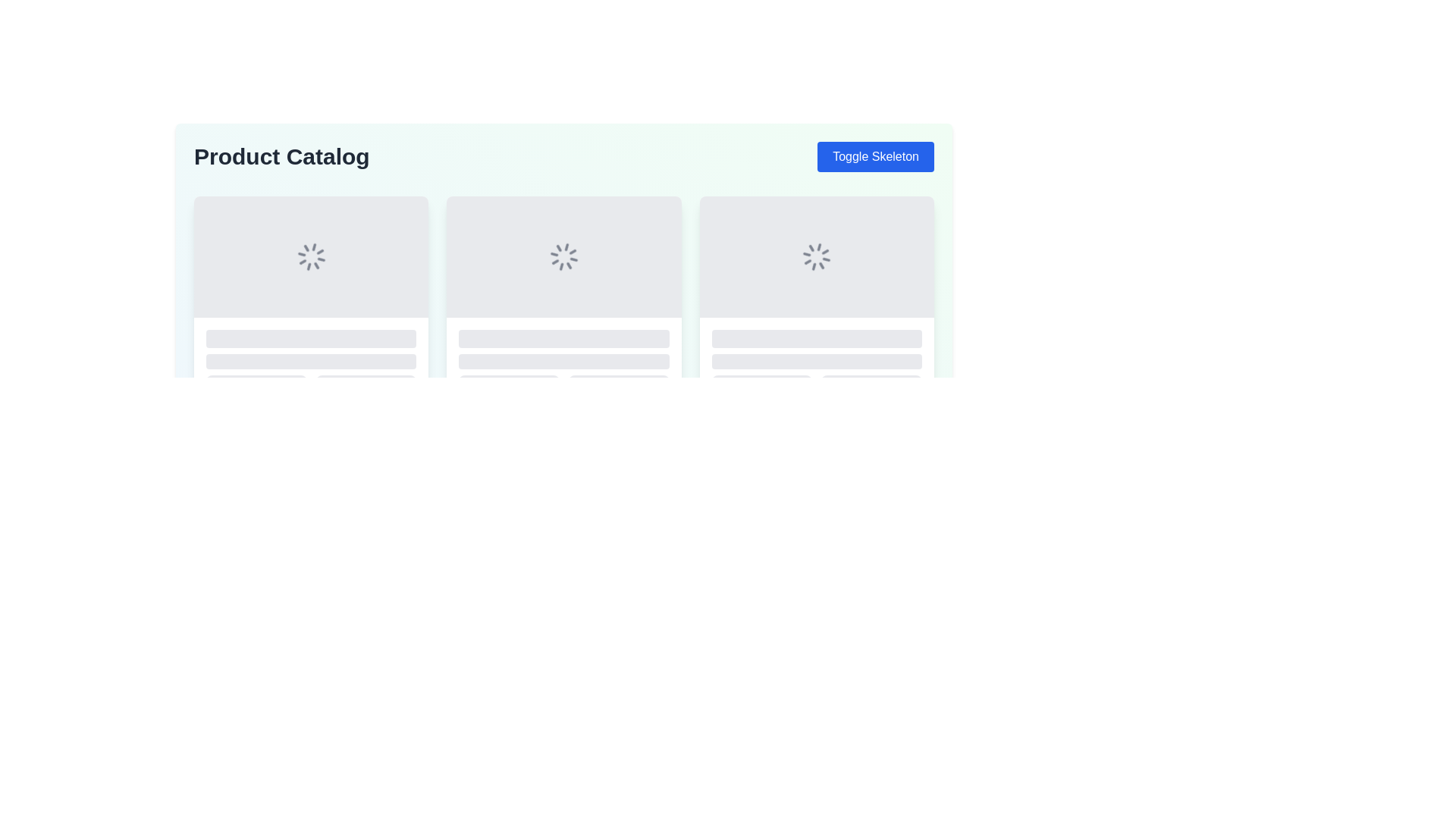 The image size is (1456, 819). Describe the element at coordinates (310, 359) in the screenshot. I see `Skeleton Loader component located in the bottom section of the leftmost card in a horizontally aligned list of three cards by opening the developer tools` at that location.